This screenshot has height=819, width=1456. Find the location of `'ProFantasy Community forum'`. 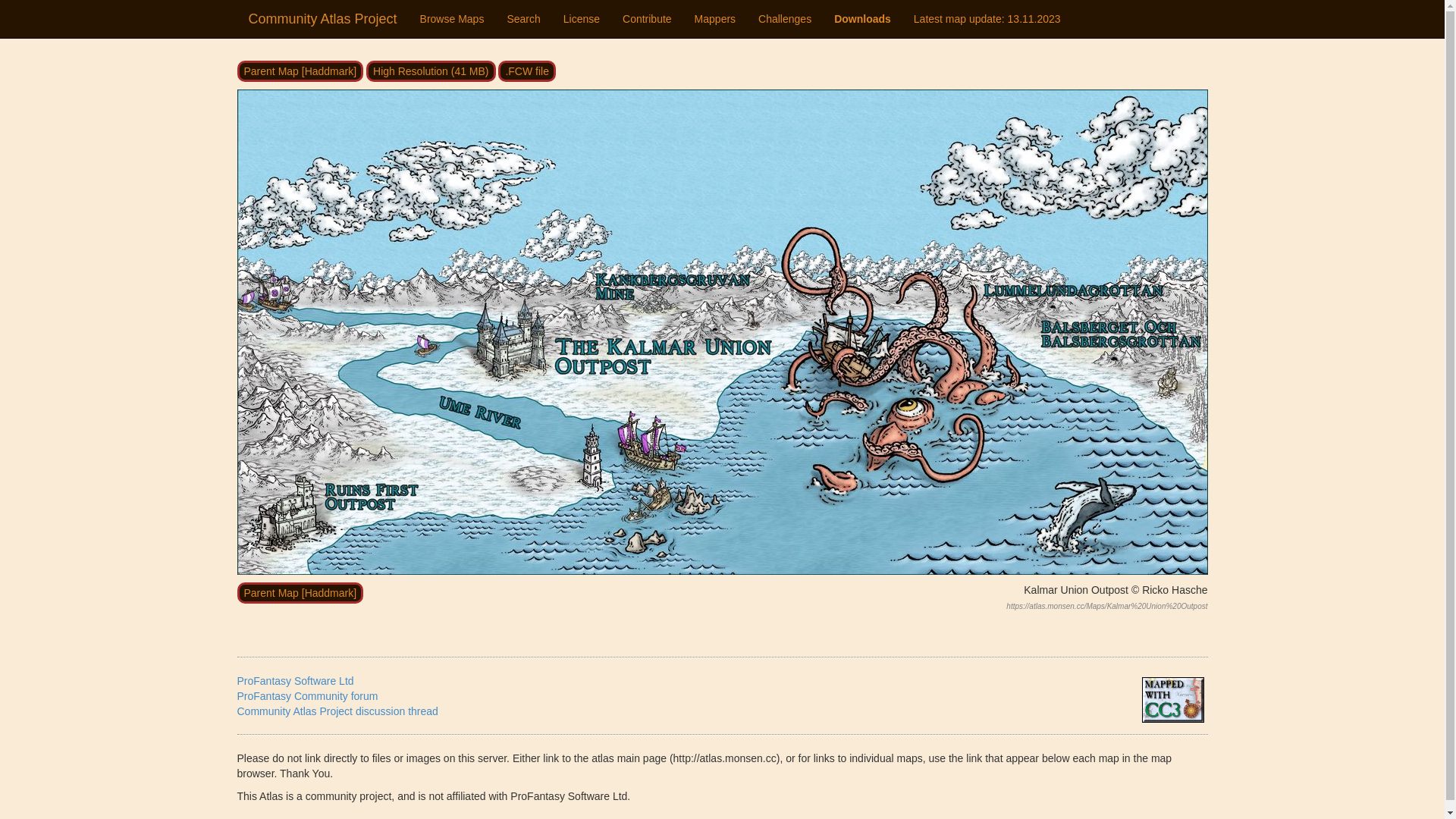

'ProFantasy Community forum' is located at coordinates (306, 696).